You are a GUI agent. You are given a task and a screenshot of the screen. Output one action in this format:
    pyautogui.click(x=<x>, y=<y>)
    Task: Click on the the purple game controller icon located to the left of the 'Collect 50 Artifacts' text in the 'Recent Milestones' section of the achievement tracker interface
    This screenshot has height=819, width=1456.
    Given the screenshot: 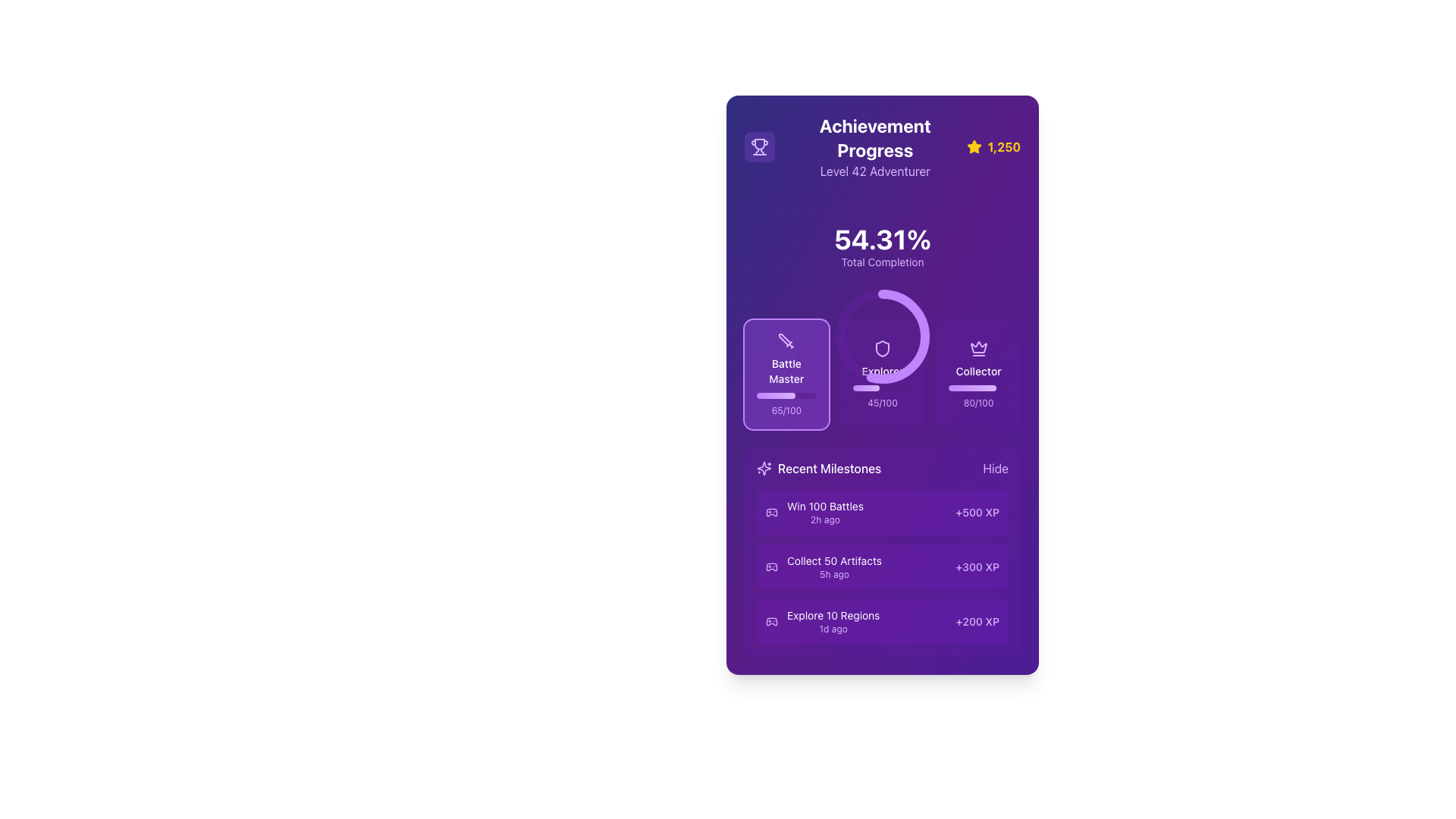 What is the action you would take?
    pyautogui.click(x=771, y=567)
    